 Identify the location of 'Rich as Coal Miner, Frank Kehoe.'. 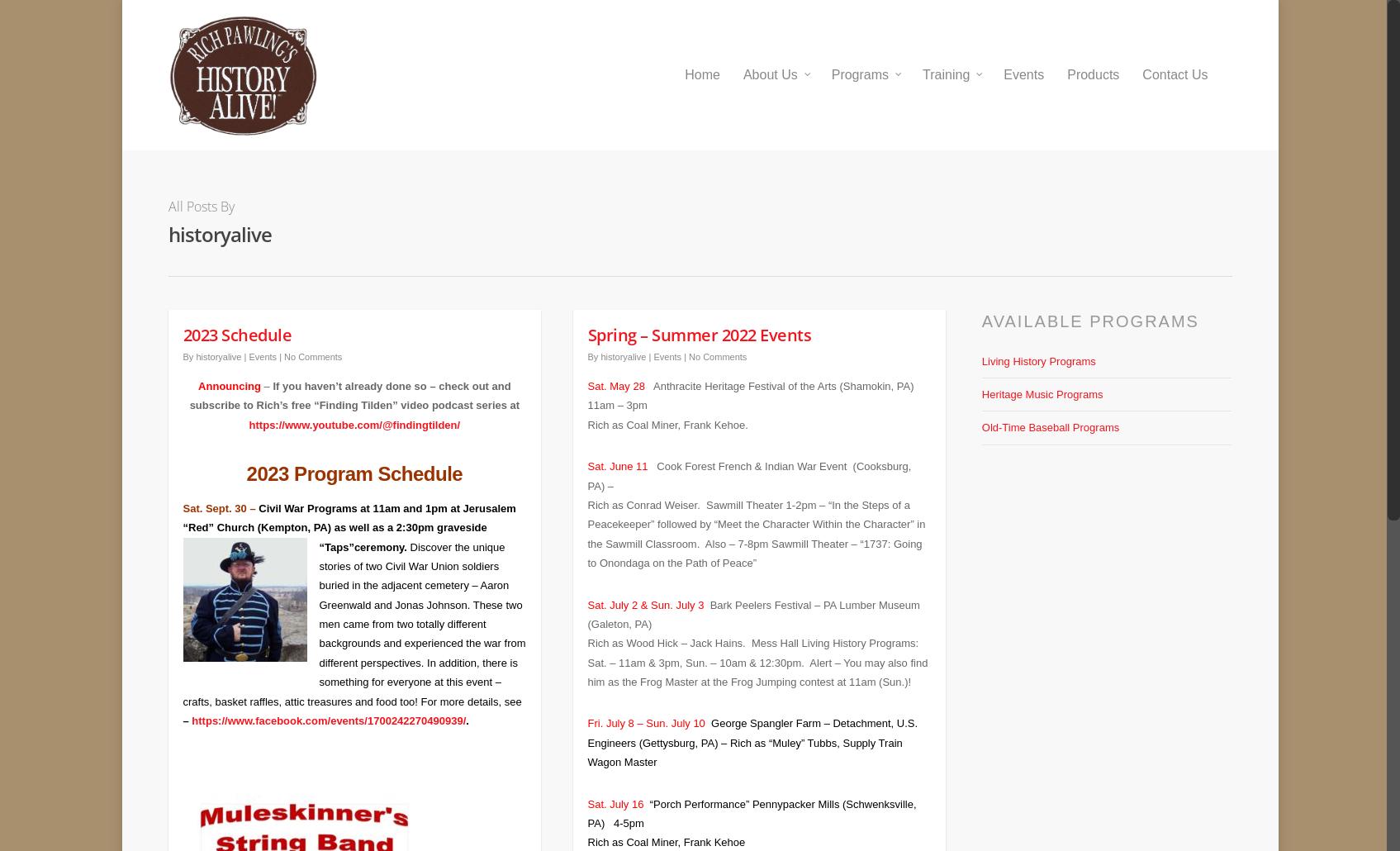
(587, 411).